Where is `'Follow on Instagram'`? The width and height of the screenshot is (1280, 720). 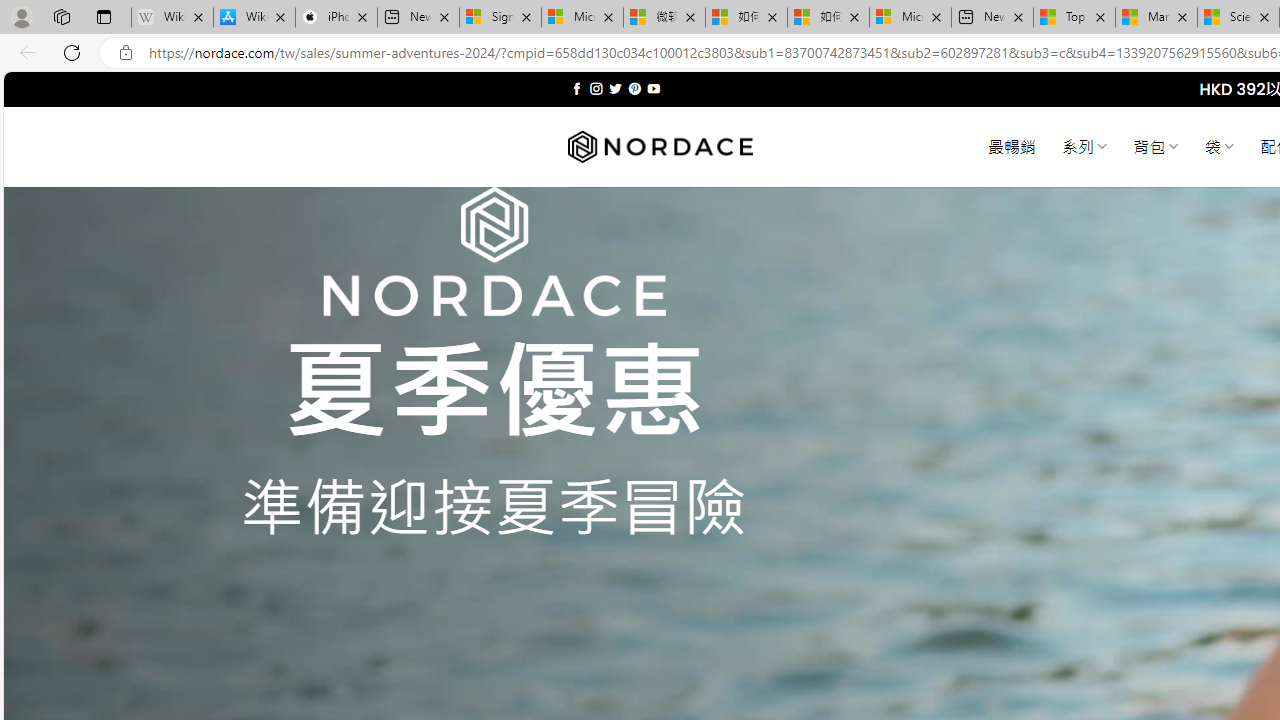 'Follow on Instagram' is located at coordinates (595, 88).